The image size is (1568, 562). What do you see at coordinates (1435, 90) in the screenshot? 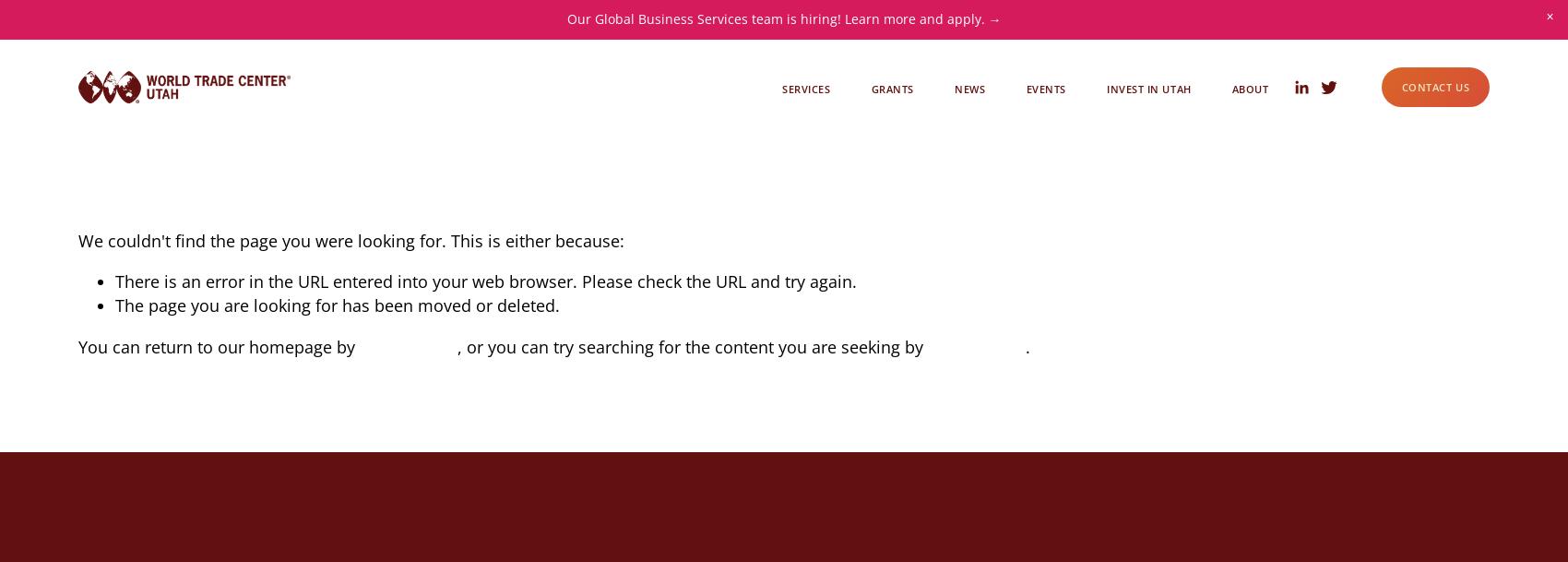
I see `'Contact Us'` at bounding box center [1435, 90].